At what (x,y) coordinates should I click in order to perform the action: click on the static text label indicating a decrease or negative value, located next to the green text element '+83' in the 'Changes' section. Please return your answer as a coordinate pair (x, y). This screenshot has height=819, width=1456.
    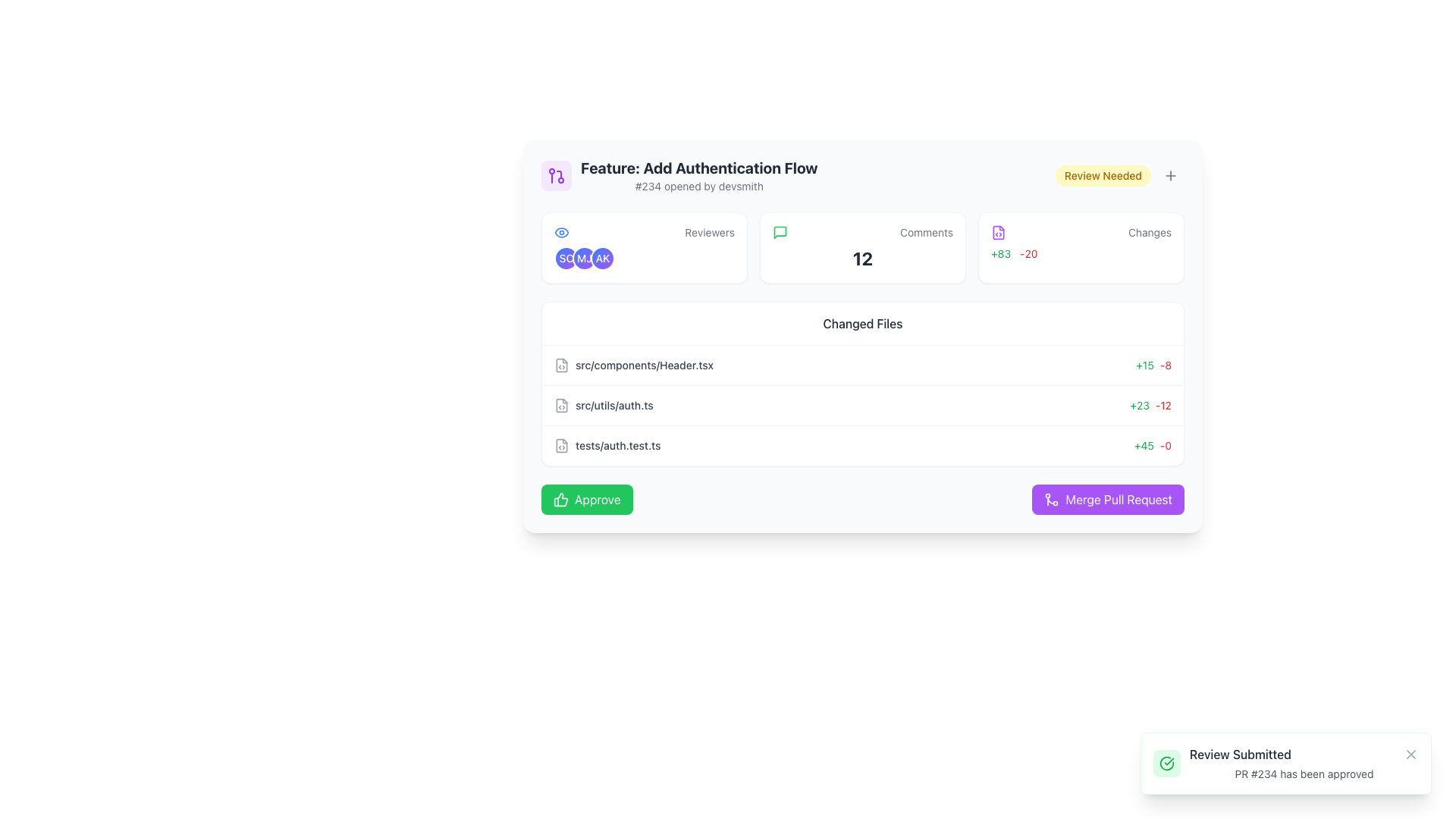
    Looking at the image, I should click on (1028, 253).